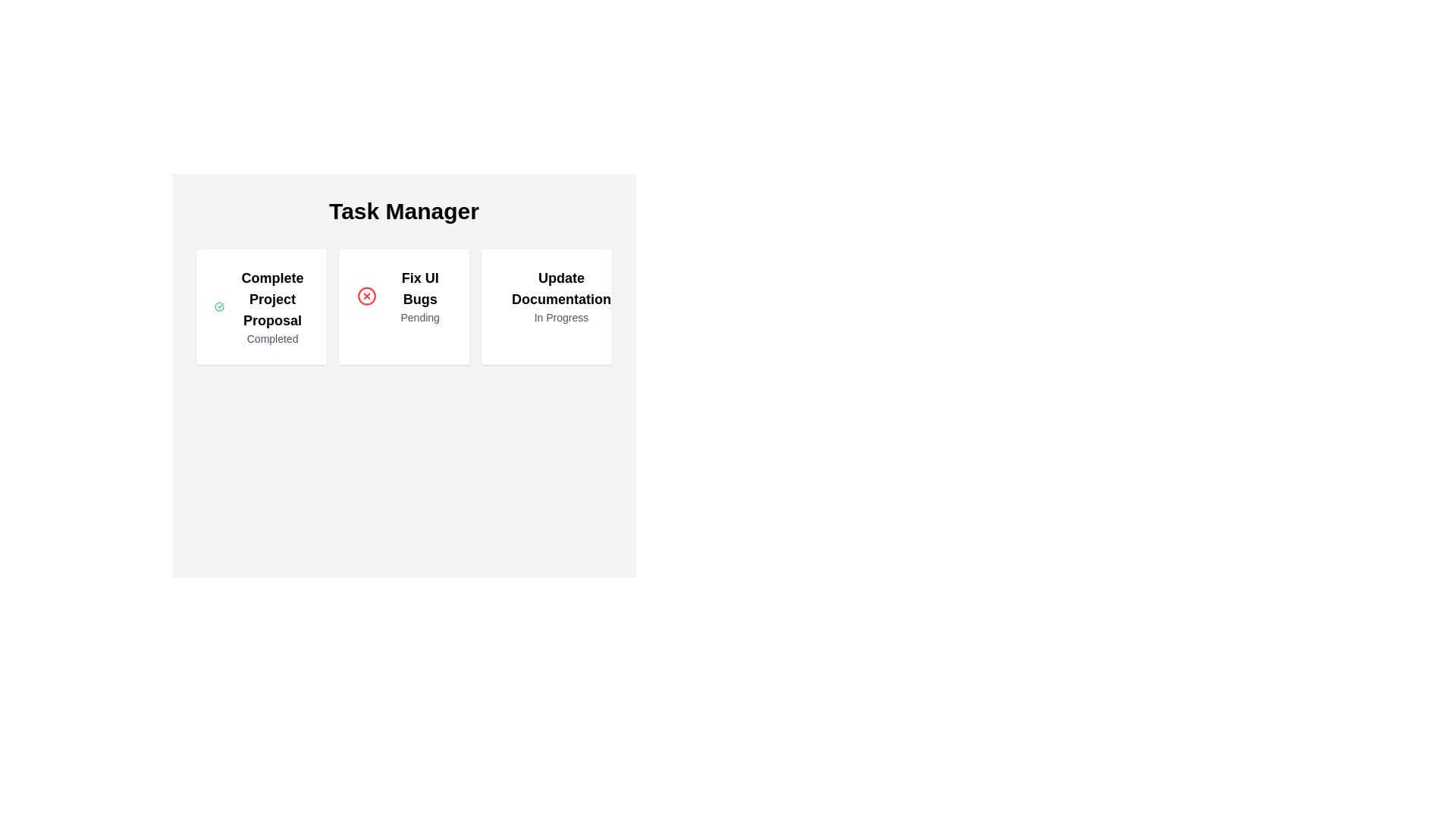  Describe the element at coordinates (272, 338) in the screenshot. I see `the 'Completed' text label, which is styled in a smaller font size and displayed in gray color, located below the 'Complete Project Proposal' text within the same card layout` at that location.